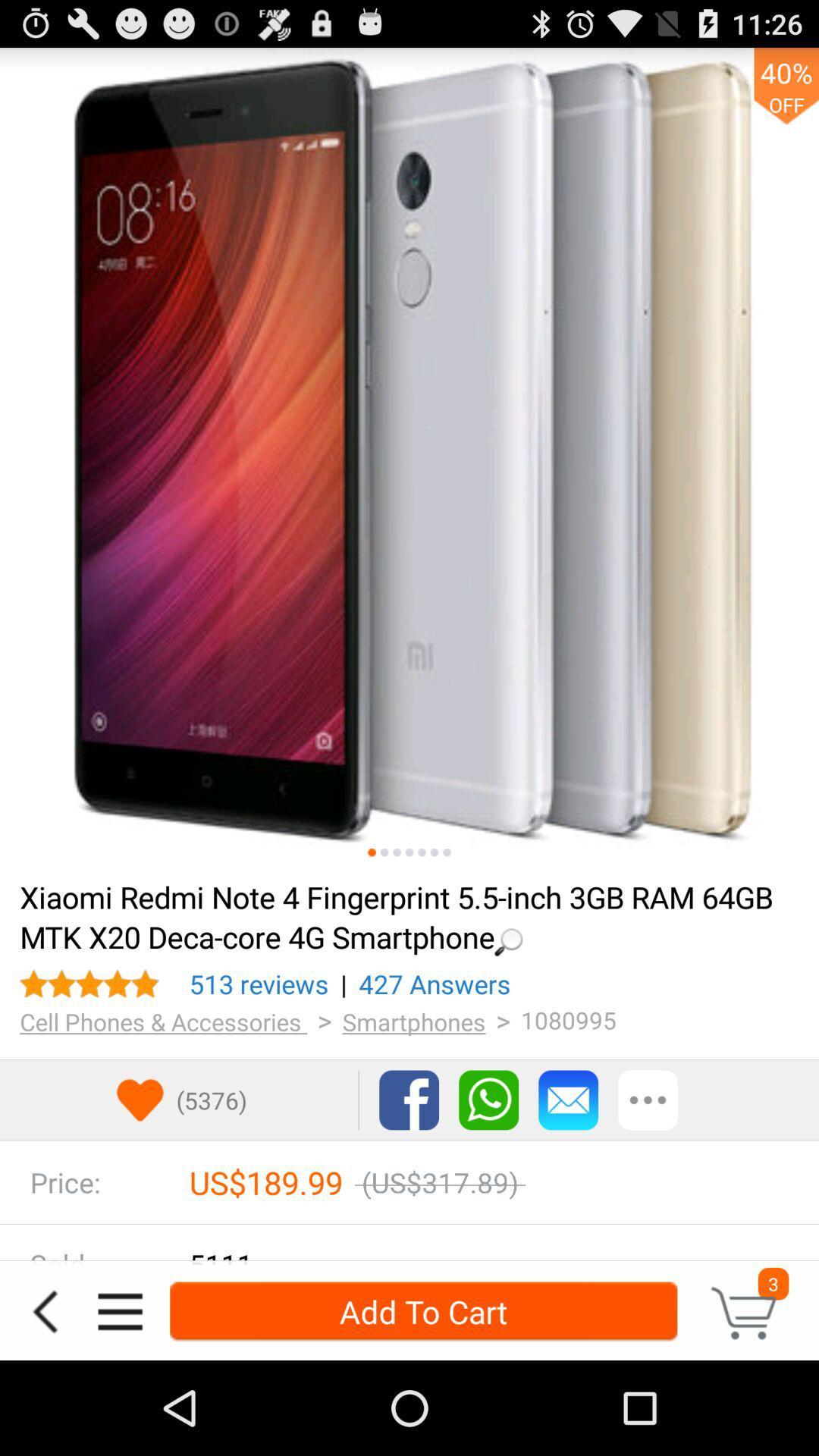 Image resolution: width=819 pixels, height=1456 pixels. I want to click on next, so click(396, 852).